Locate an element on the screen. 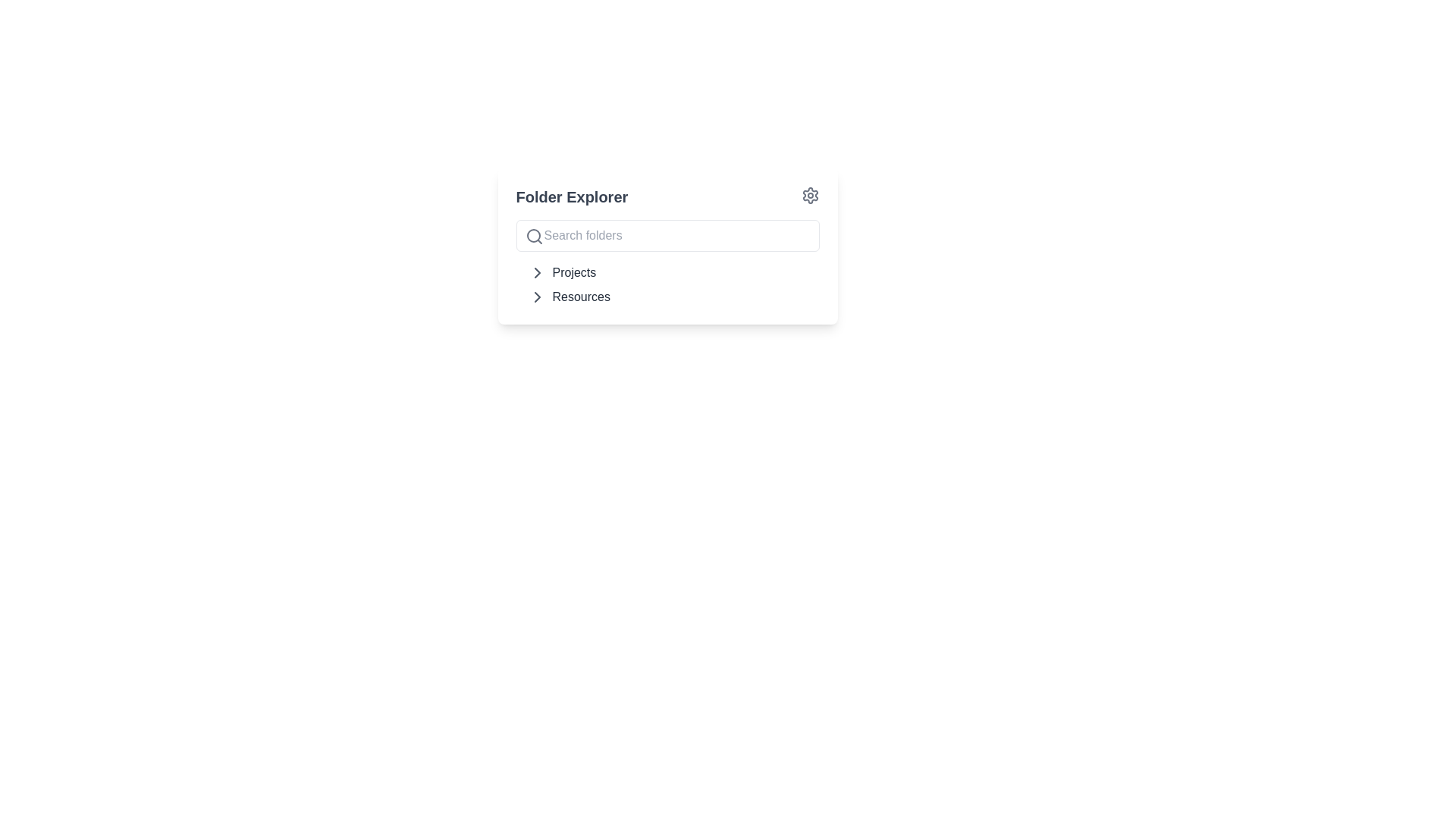  the 'Resources' collapsible menu item in the Folder Explorer is located at coordinates (673, 297).